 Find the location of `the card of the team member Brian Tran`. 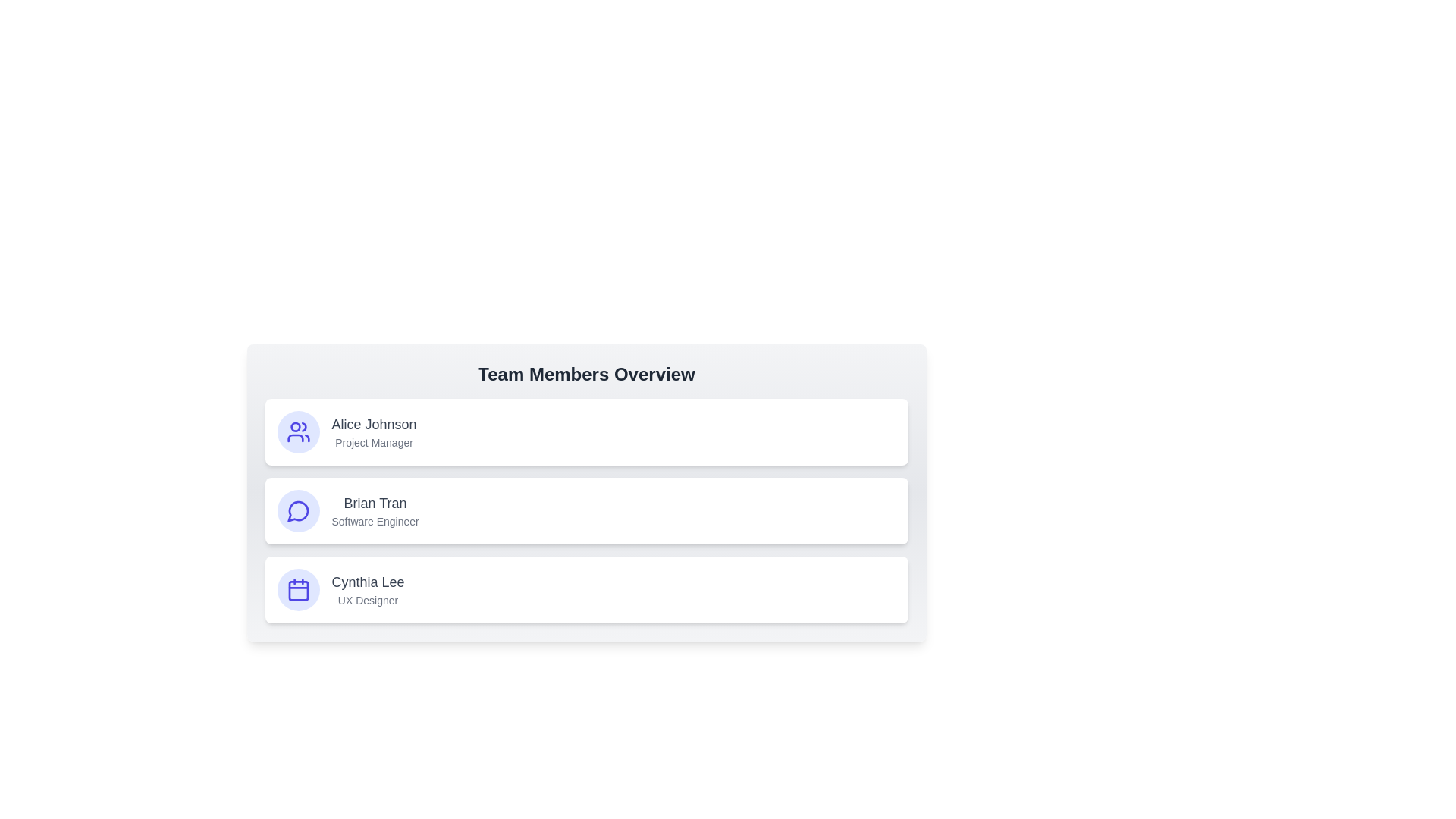

the card of the team member Brian Tran is located at coordinates (585, 511).